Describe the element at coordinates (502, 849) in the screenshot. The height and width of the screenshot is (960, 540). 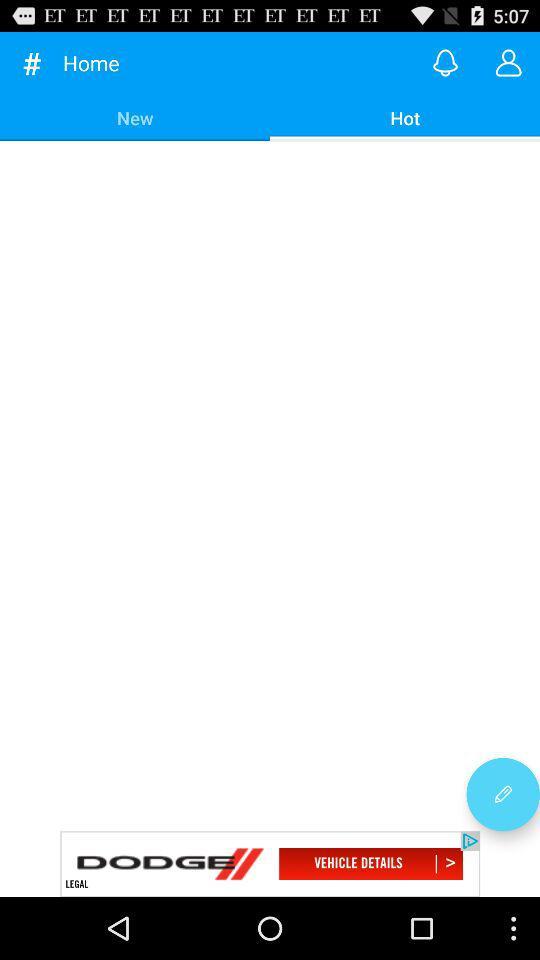
I see `the edit icon` at that location.